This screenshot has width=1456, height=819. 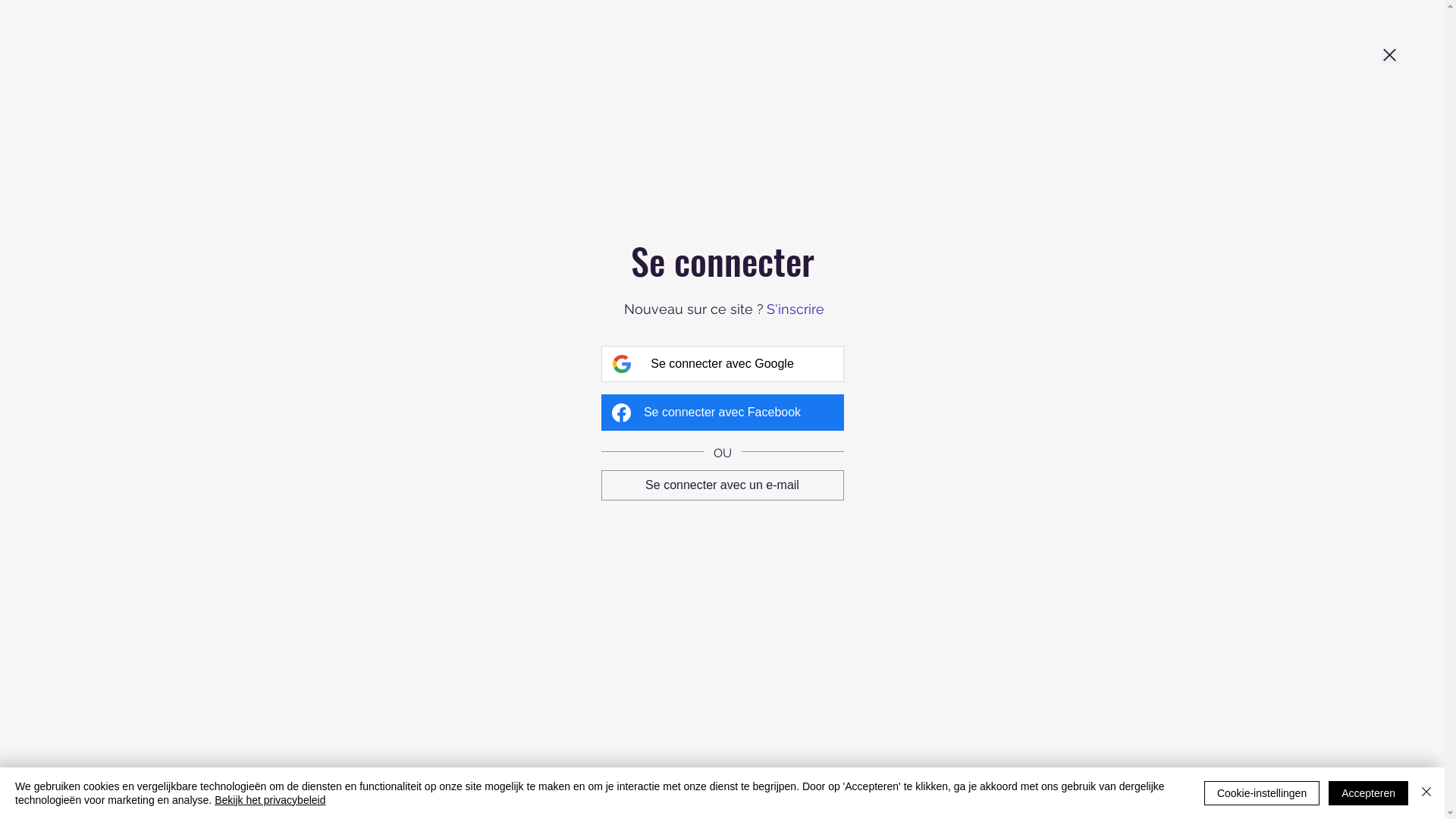 I want to click on 'Accepteren', so click(x=1368, y=792).